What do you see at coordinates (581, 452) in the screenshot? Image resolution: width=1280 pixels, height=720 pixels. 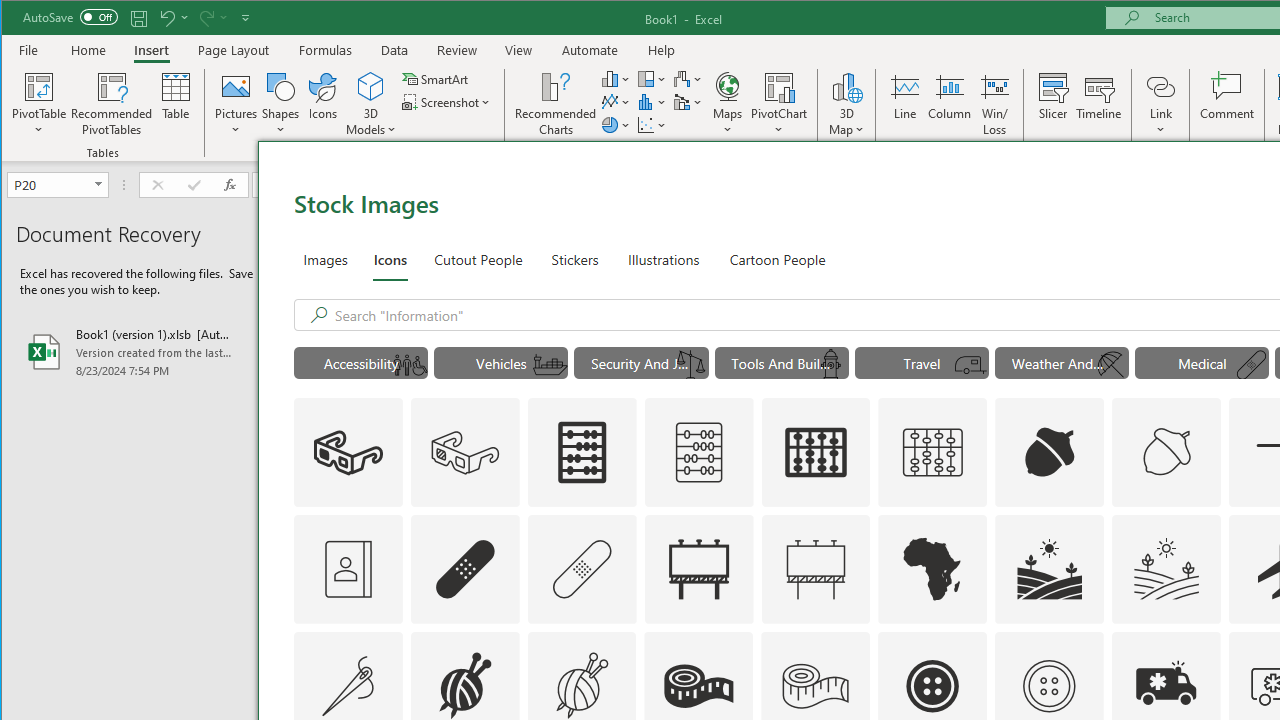 I see `'AutomationID: Icons_Abacus'` at bounding box center [581, 452].